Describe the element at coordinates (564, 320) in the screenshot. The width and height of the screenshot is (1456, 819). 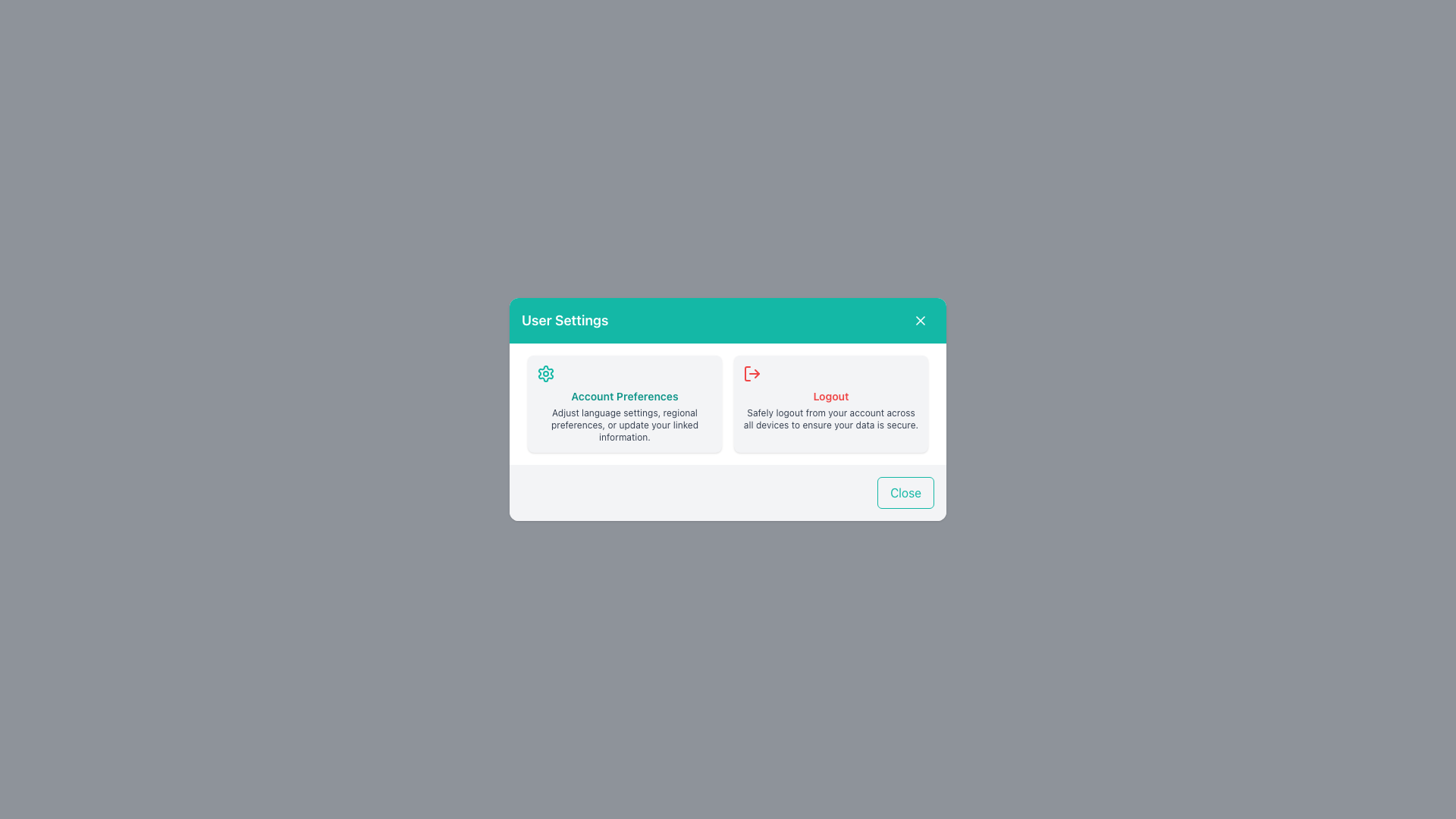
I see `the 'User Settings' text label displayed in bold font on the header bar with a teal background` at that location.